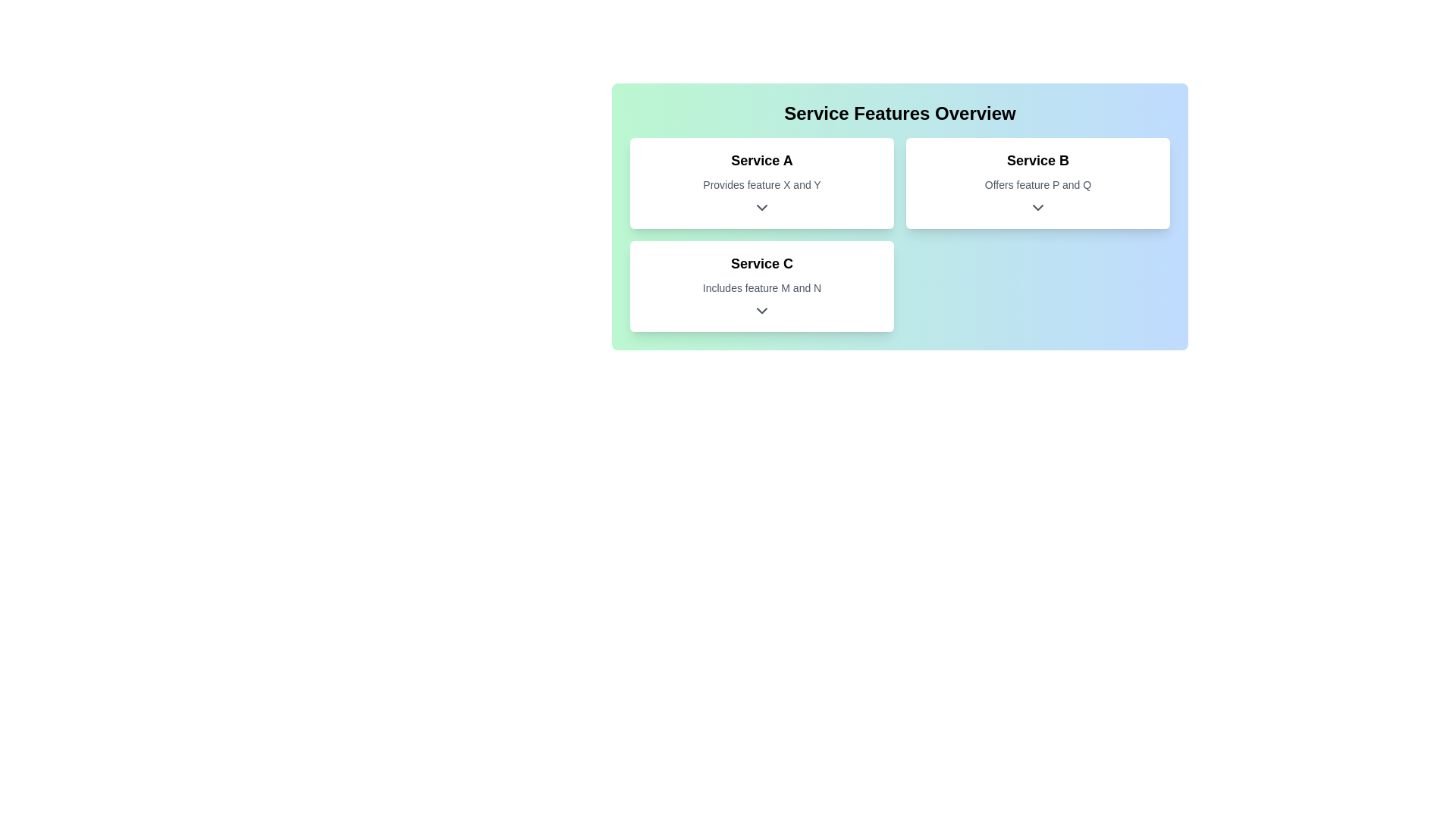 Image resolution: width=1456 pixels, height=819 pixels. Describe the element at coordinates (761, 184) in the screenshot. I see `the static text label that provides supporting information about 'Service A', located below the title and above a downward-pointing icon` at that location.